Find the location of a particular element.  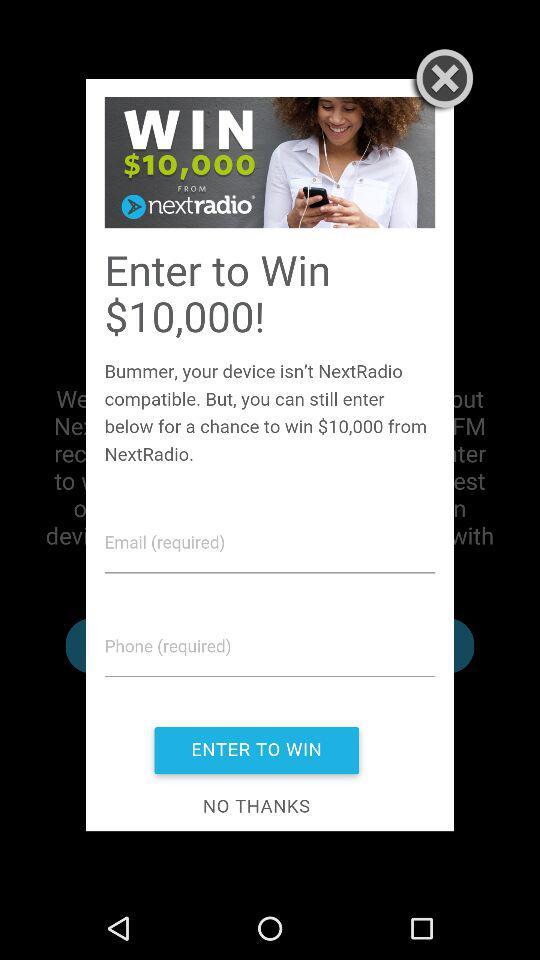

cose is located at coordinates (440, 81).